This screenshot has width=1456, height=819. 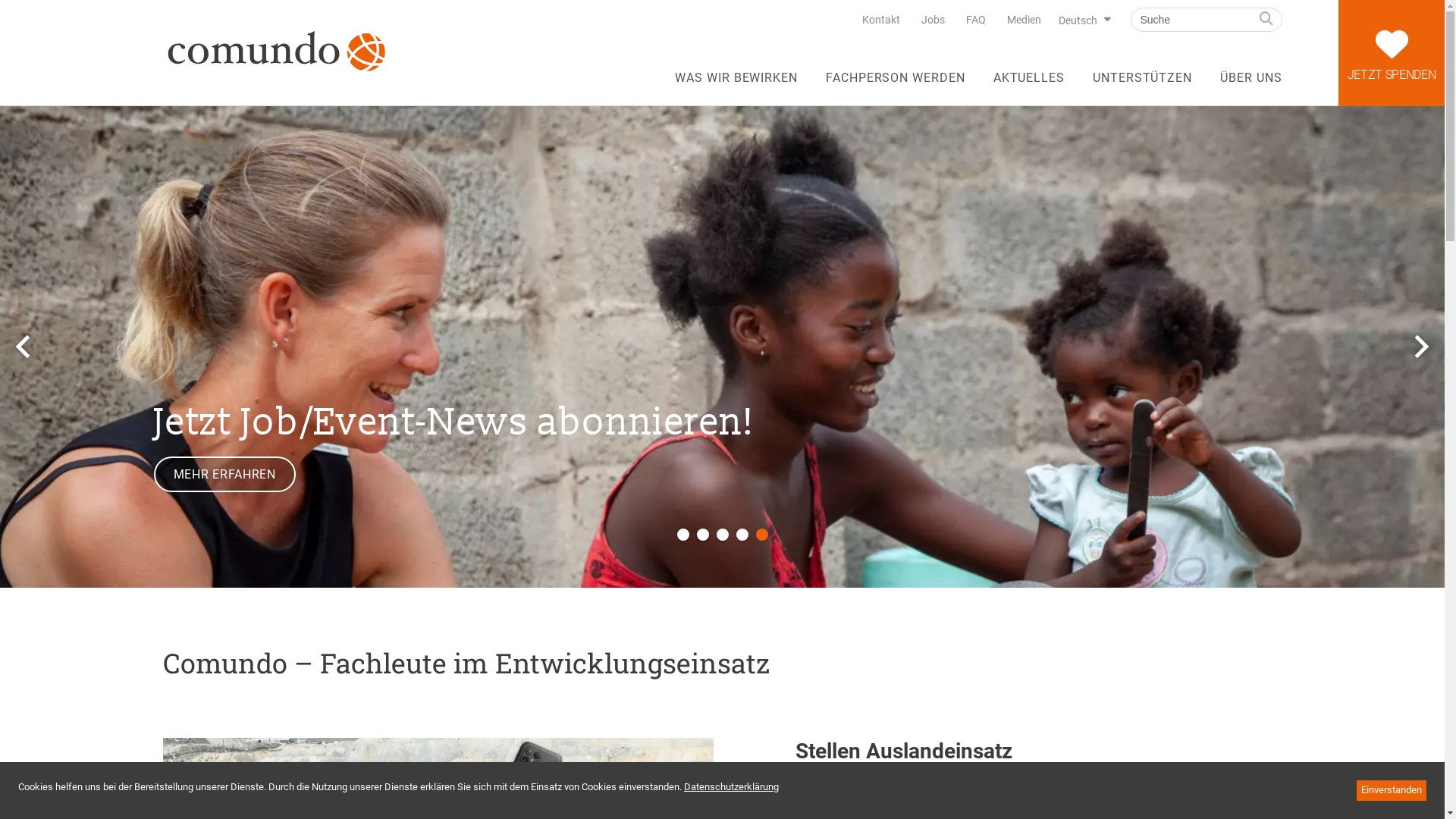 What do you see at coordinates (1029, 84) in the screenshot?
I see `'AKTUELLES'` at bounding box center [1029, 84].